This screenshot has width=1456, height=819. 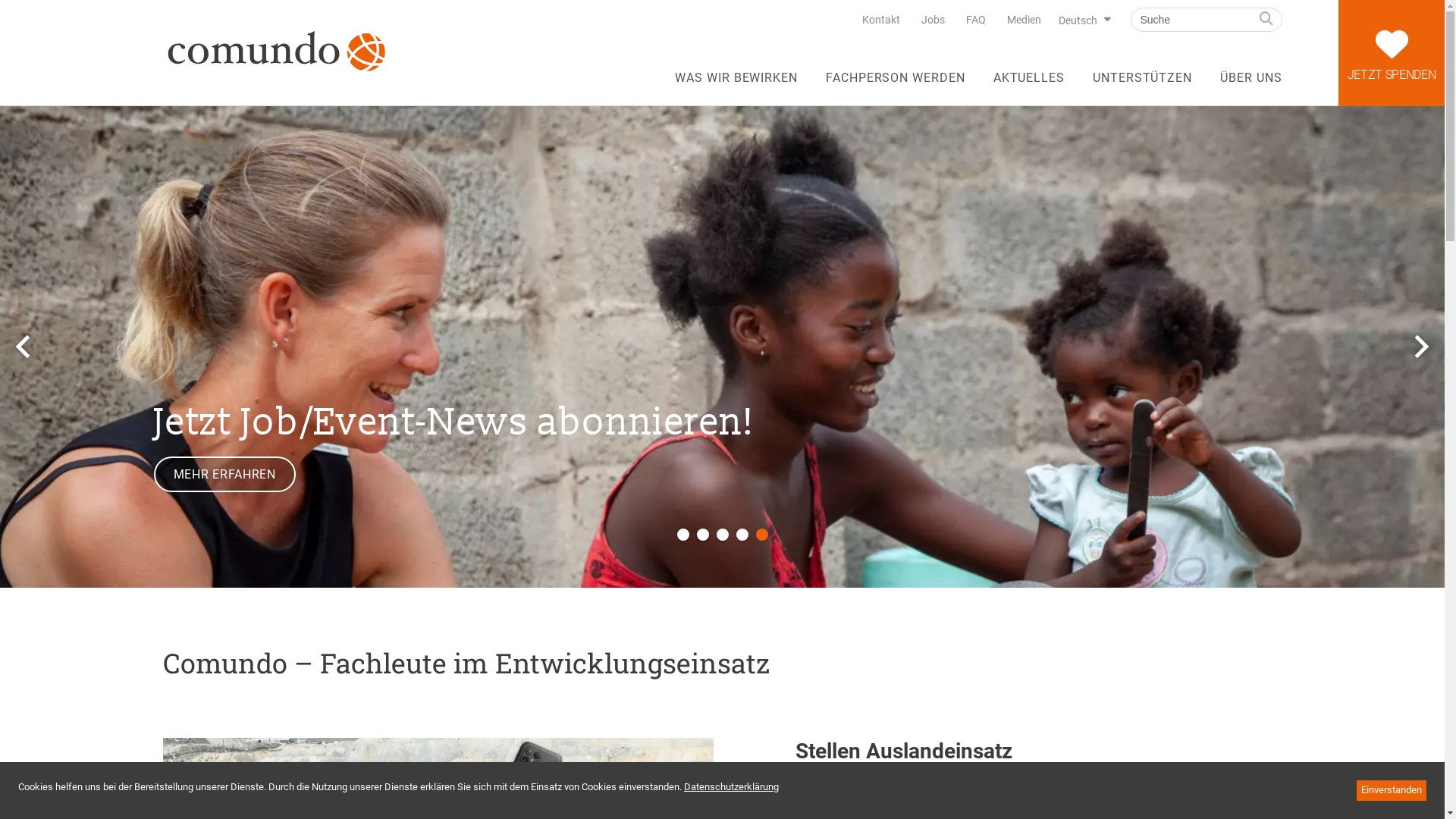 What do you see at coordinates (1029, 84) in the screenshot?
I see `'AKTUELLES'` at bounding box center [1029, 84].